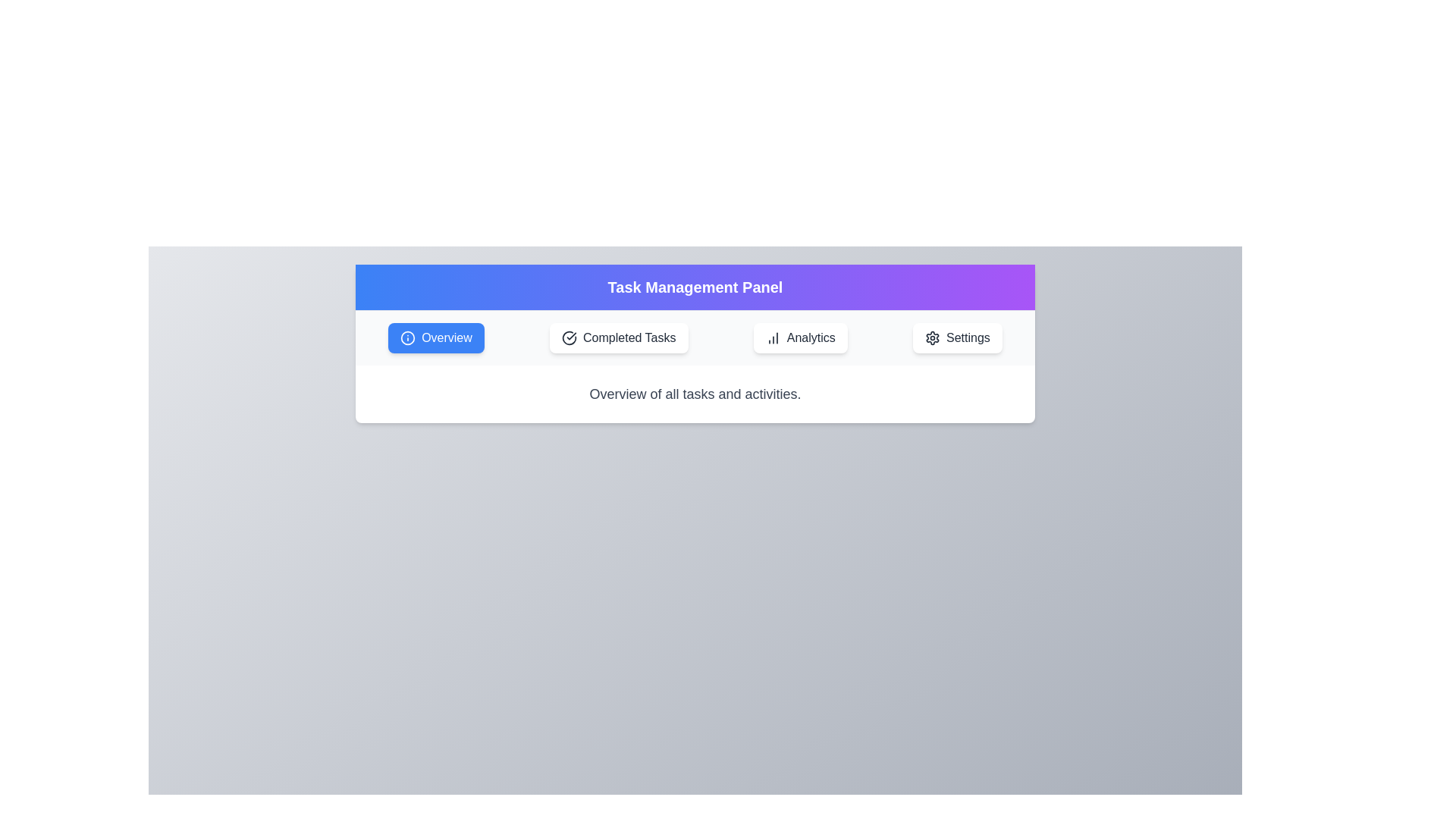  What do you see at coordinates (931, 337) in the screenshot?
I see `the gear-shaped settings icon located in the navigation bar` at bounding box center [931, 337].